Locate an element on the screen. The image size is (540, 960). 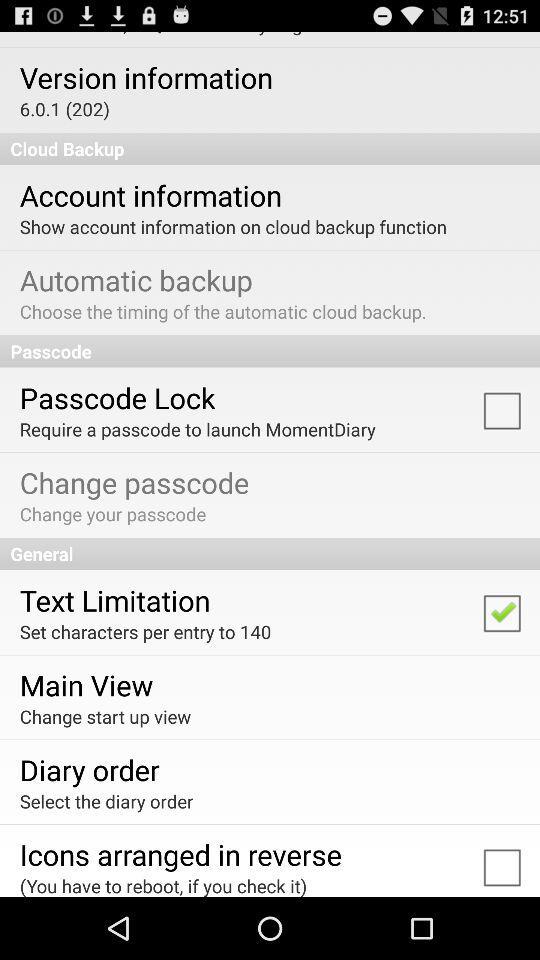
text limitation app is located at coordinates (115, 600).